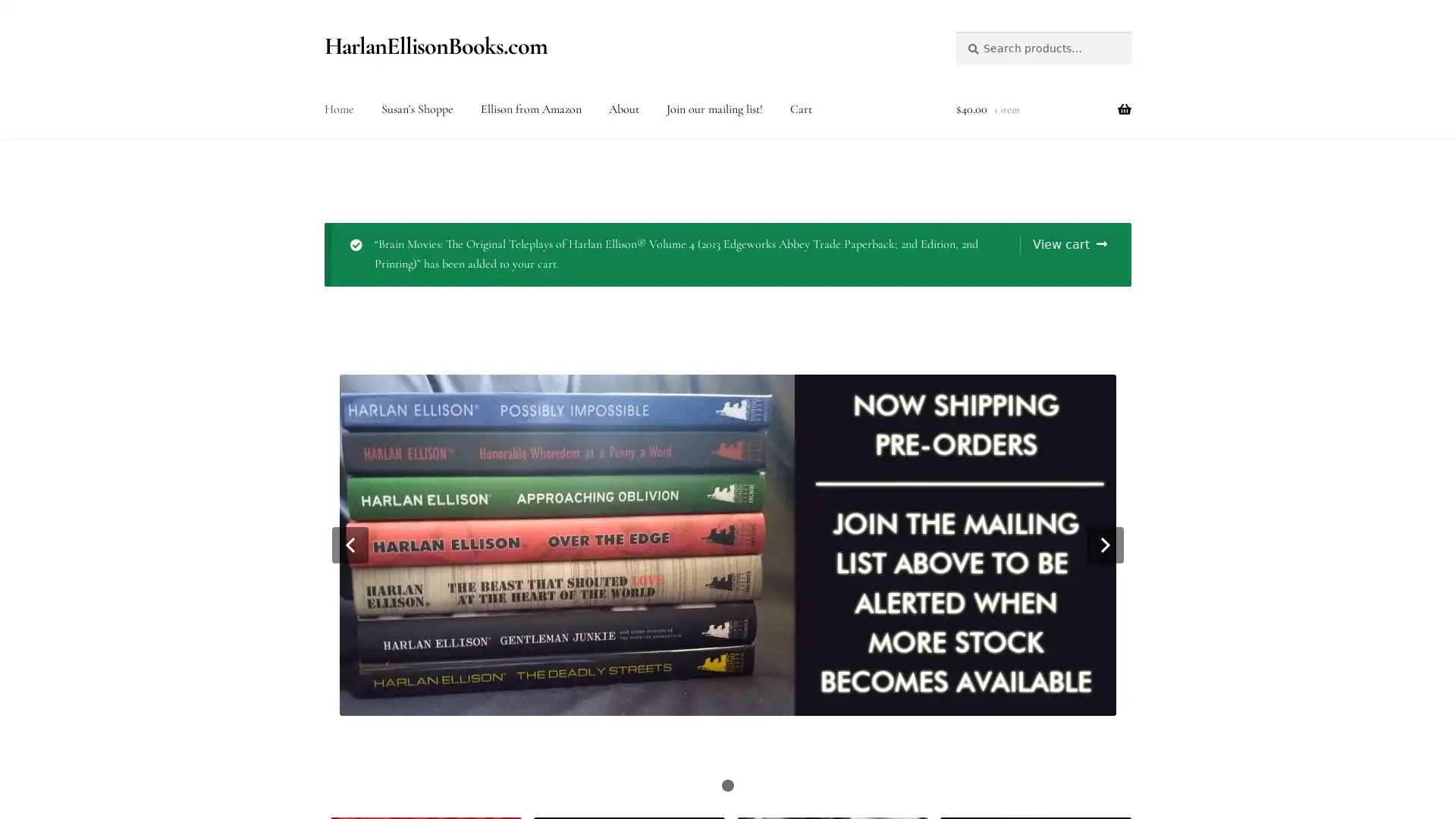 Image resolution: width=1456 pixels, height=819 pixels. What do you see at coordinates (1105, 543) in the screenshot?
I see `Next slide` at bounding box center [1105, 543].